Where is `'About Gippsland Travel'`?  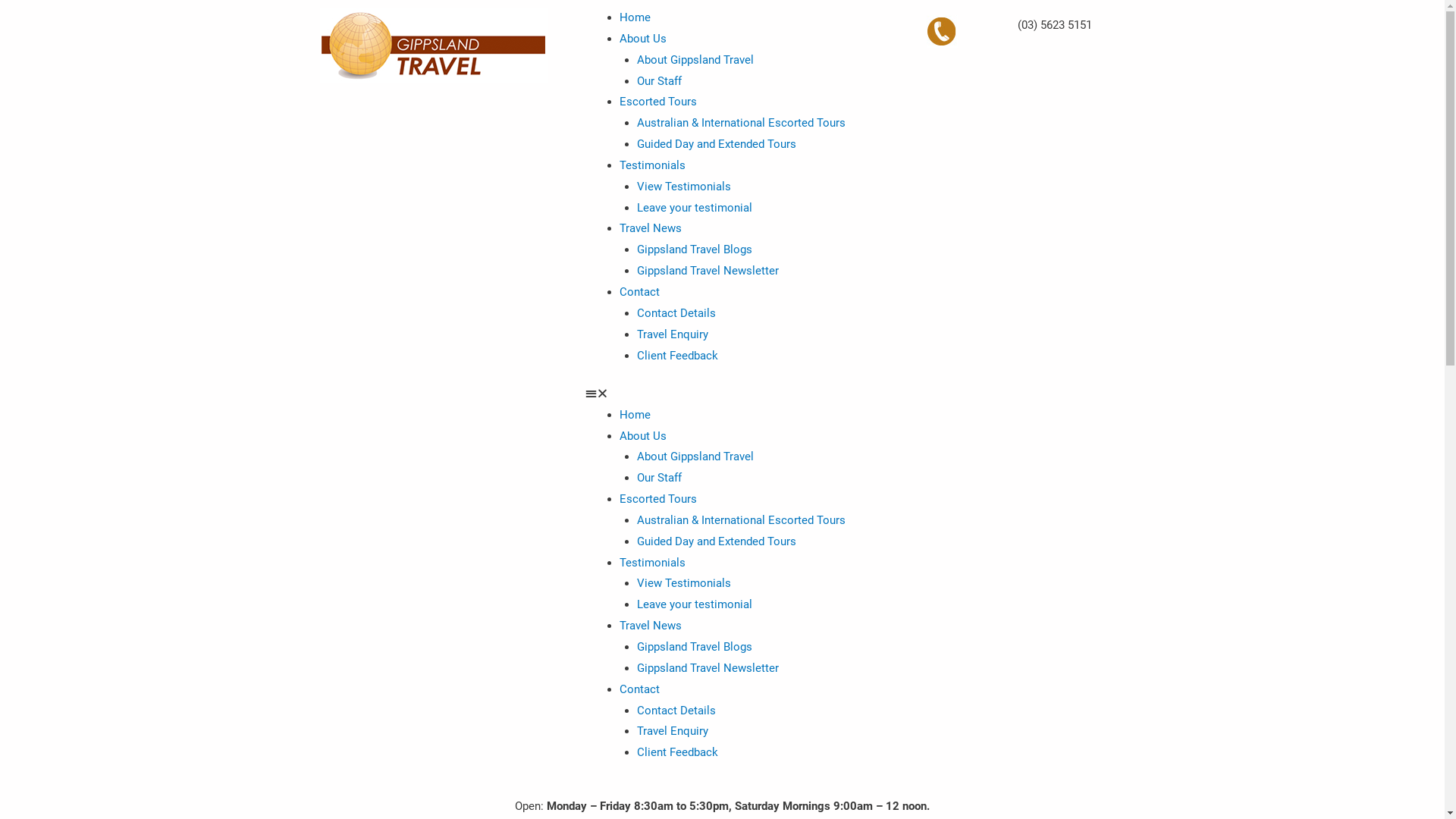
'About Gippsland Travel' is located at coordinates (694, 58).